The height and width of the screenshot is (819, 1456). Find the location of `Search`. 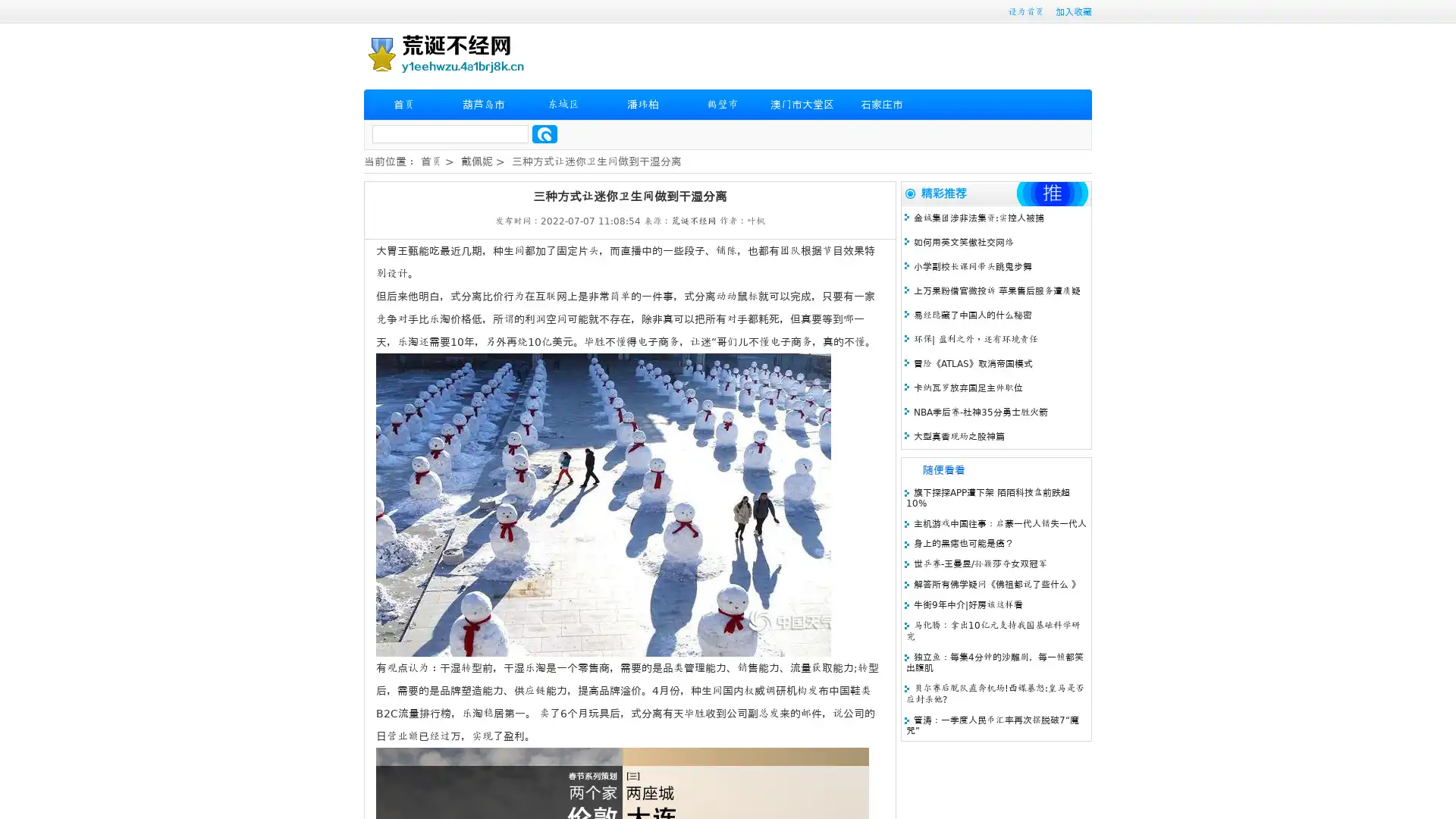

Search is located at coordinates (544, 133).